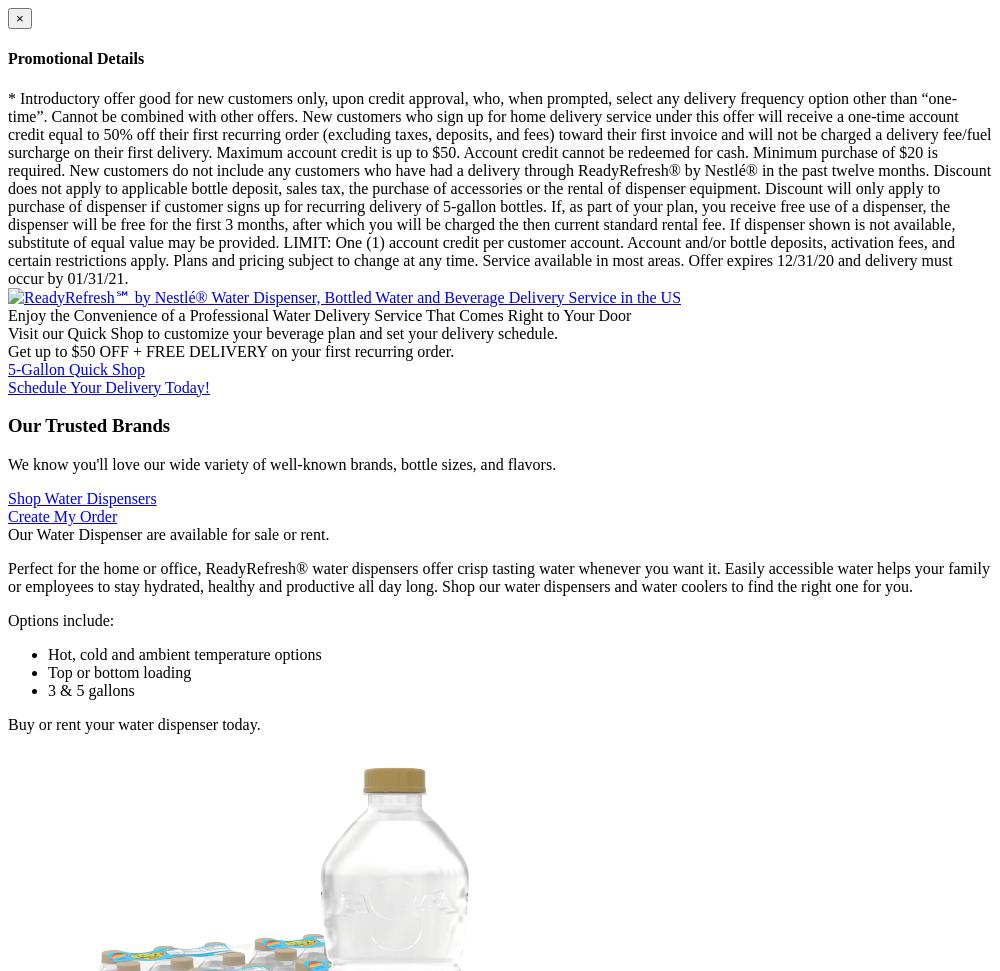  What do you see at coordinates (75, 57) in the screenshot?
I see `'Promotional Details'` at bounding box center [75, 57].